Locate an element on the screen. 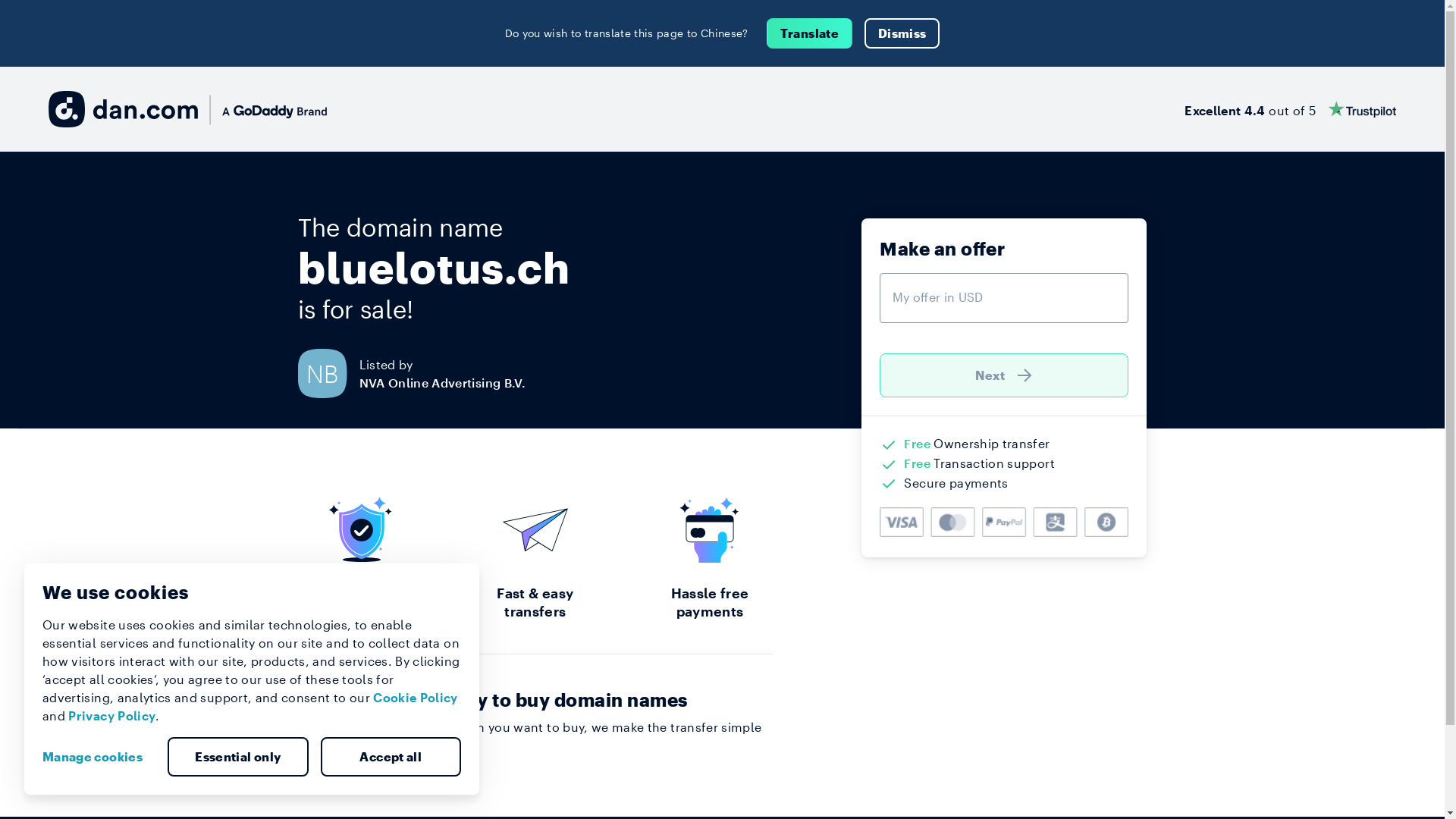 Image resolution: width=1456 pixels, height=819 pixels. 'Accept all' is located at coordinates (319, 757).